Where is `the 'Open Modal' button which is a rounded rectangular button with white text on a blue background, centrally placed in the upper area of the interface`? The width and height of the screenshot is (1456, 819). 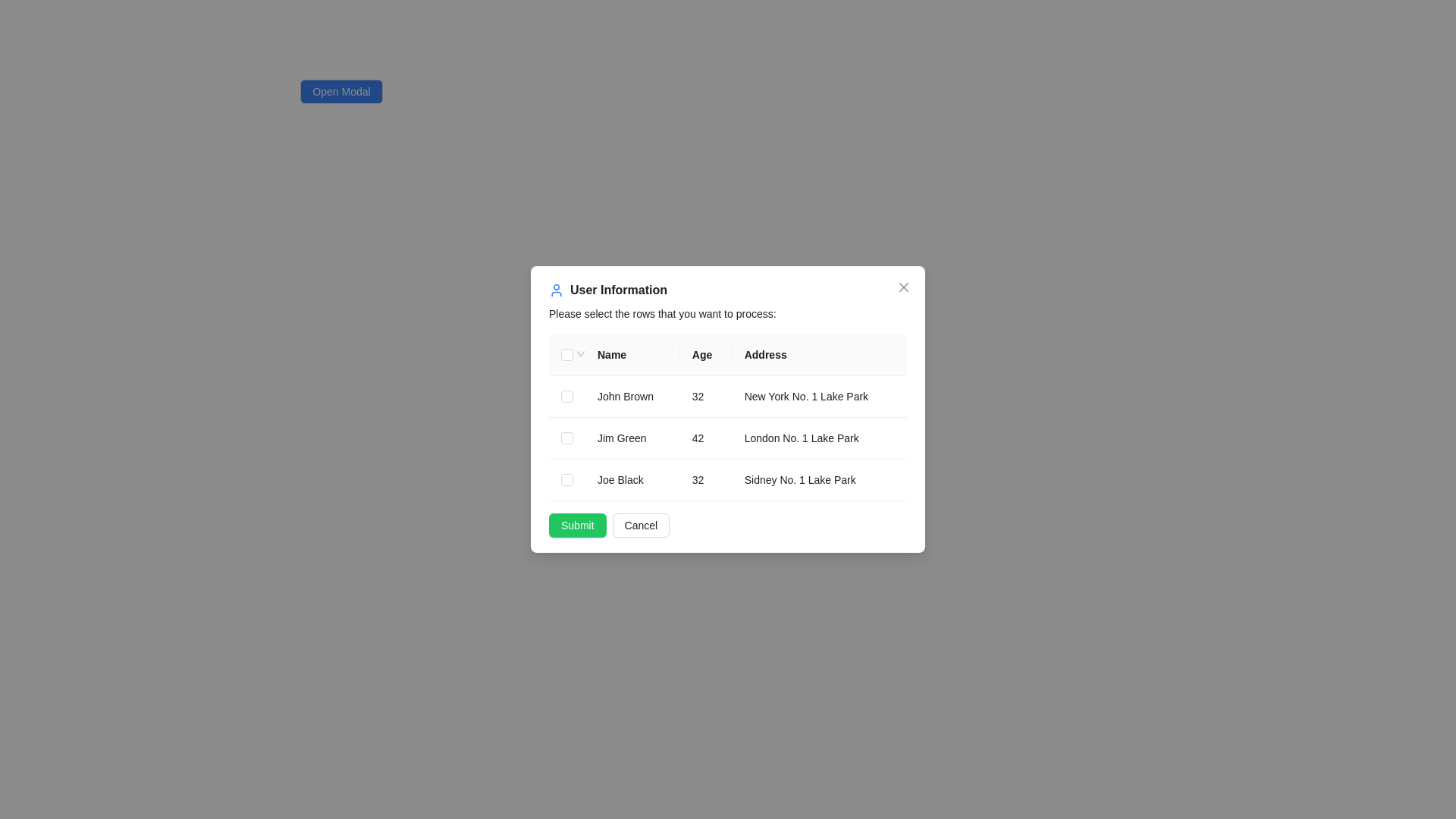 the 'Open Modal' button which is a rounded rectangular button with white text on a blue background, centrally placed in the upper area of the interface is located at coordinates (340, 91).